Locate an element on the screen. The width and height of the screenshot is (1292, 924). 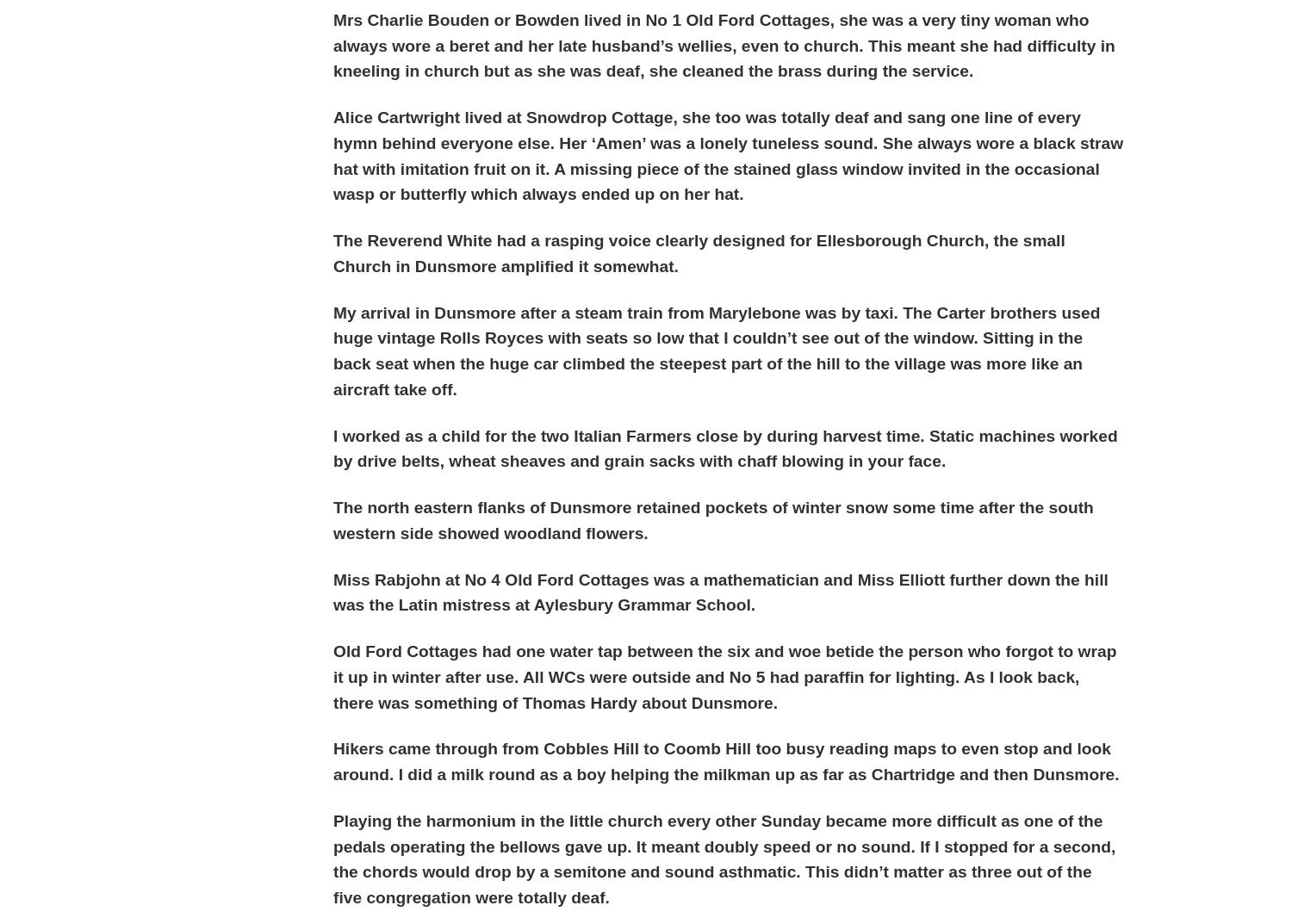
'Mrs Charlie Bouden or Bowden lived in No 1 Old Ford Cottages, she was a very tiny woman who always wore a beret and her late husband’s wellies, even to church. This meant she had difficulty in kneeling in church but as she was deaf, she cleaned the brass during the service.' is located at coordinates (333, 44).